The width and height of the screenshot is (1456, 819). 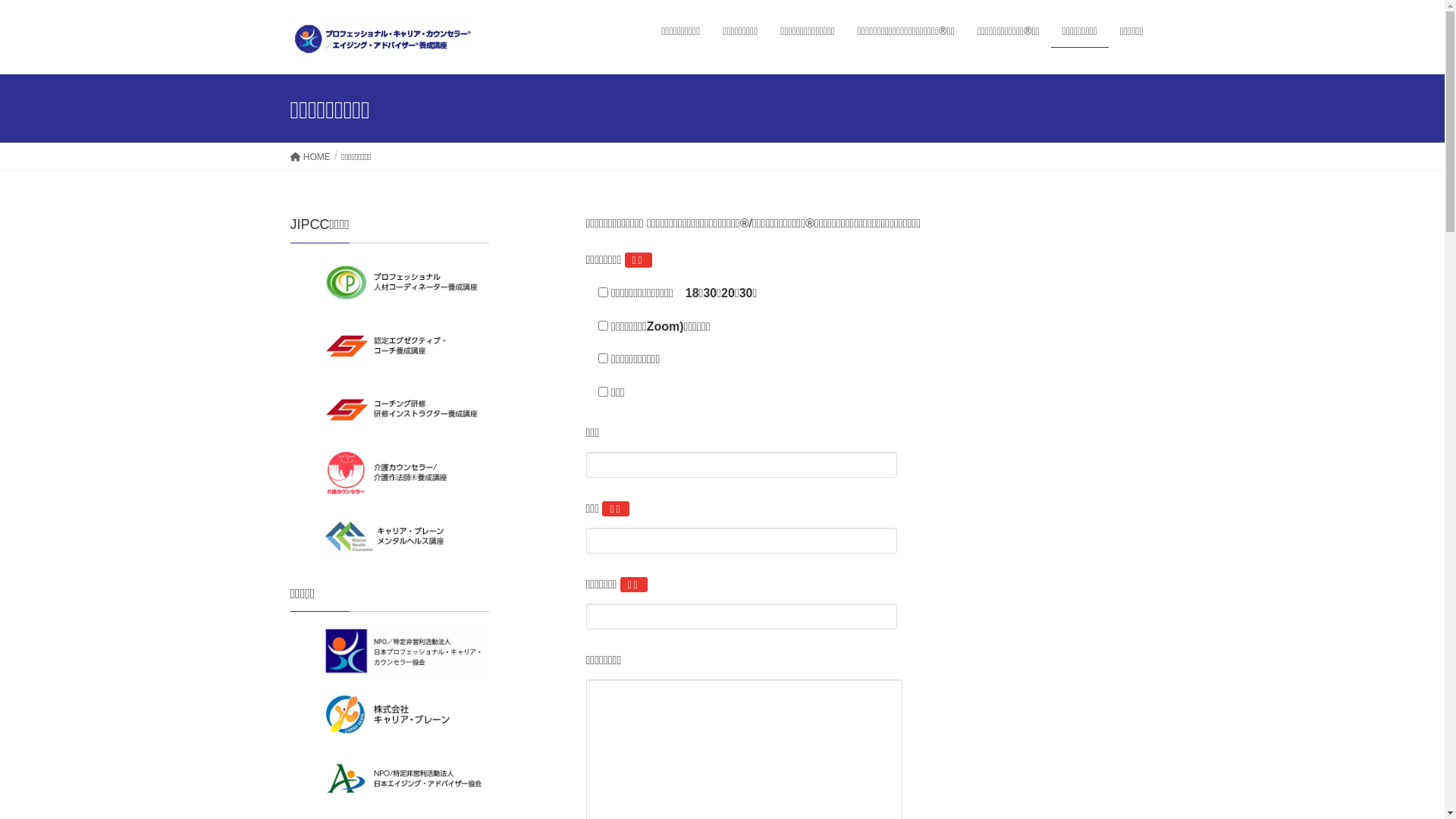 What do you see at coordinates (309, 156) in the screenshot?
I see `'HOME'` at bounding box center [309, 156].